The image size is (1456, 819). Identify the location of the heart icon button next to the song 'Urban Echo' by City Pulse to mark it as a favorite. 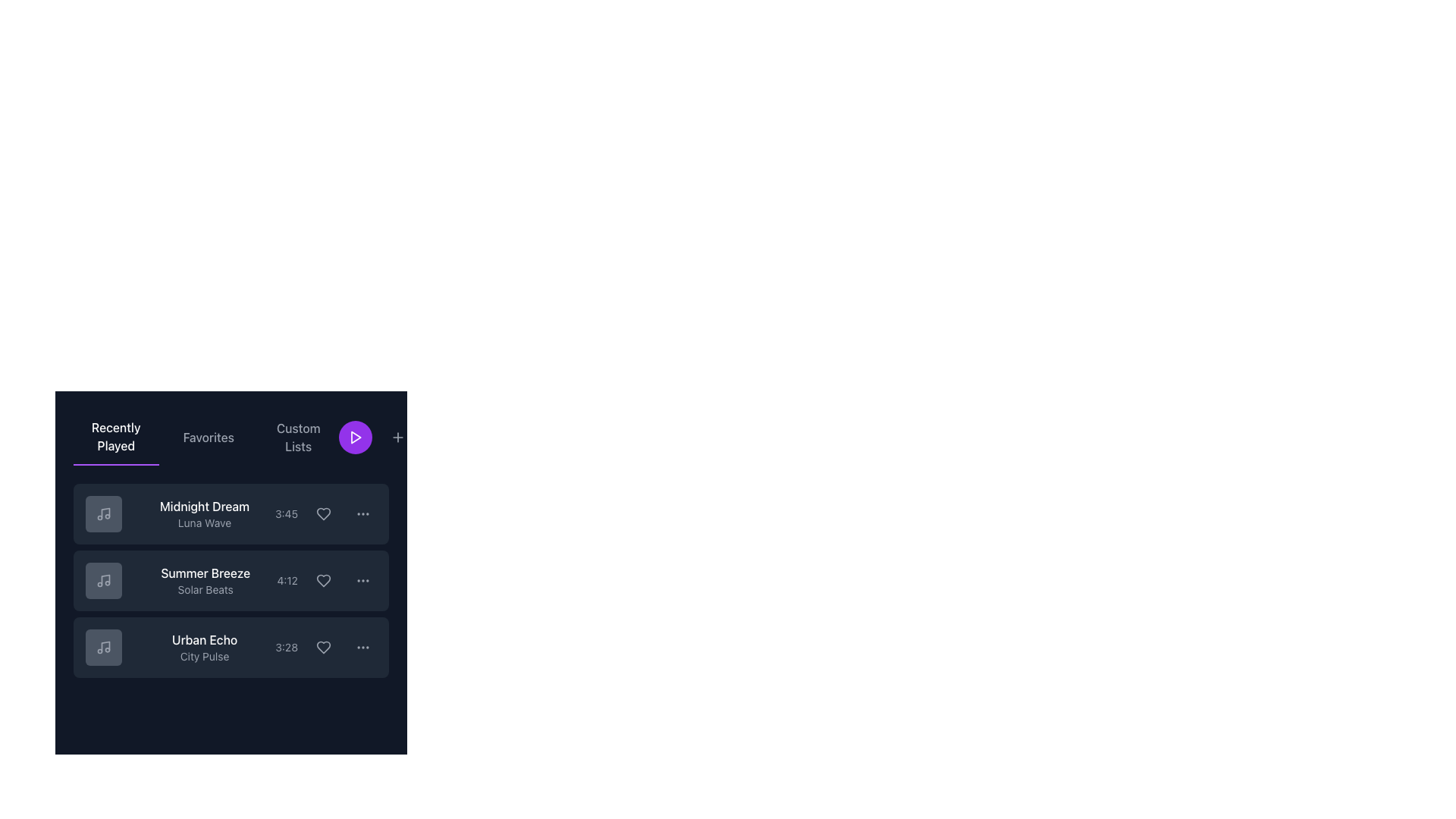
(323, 647).